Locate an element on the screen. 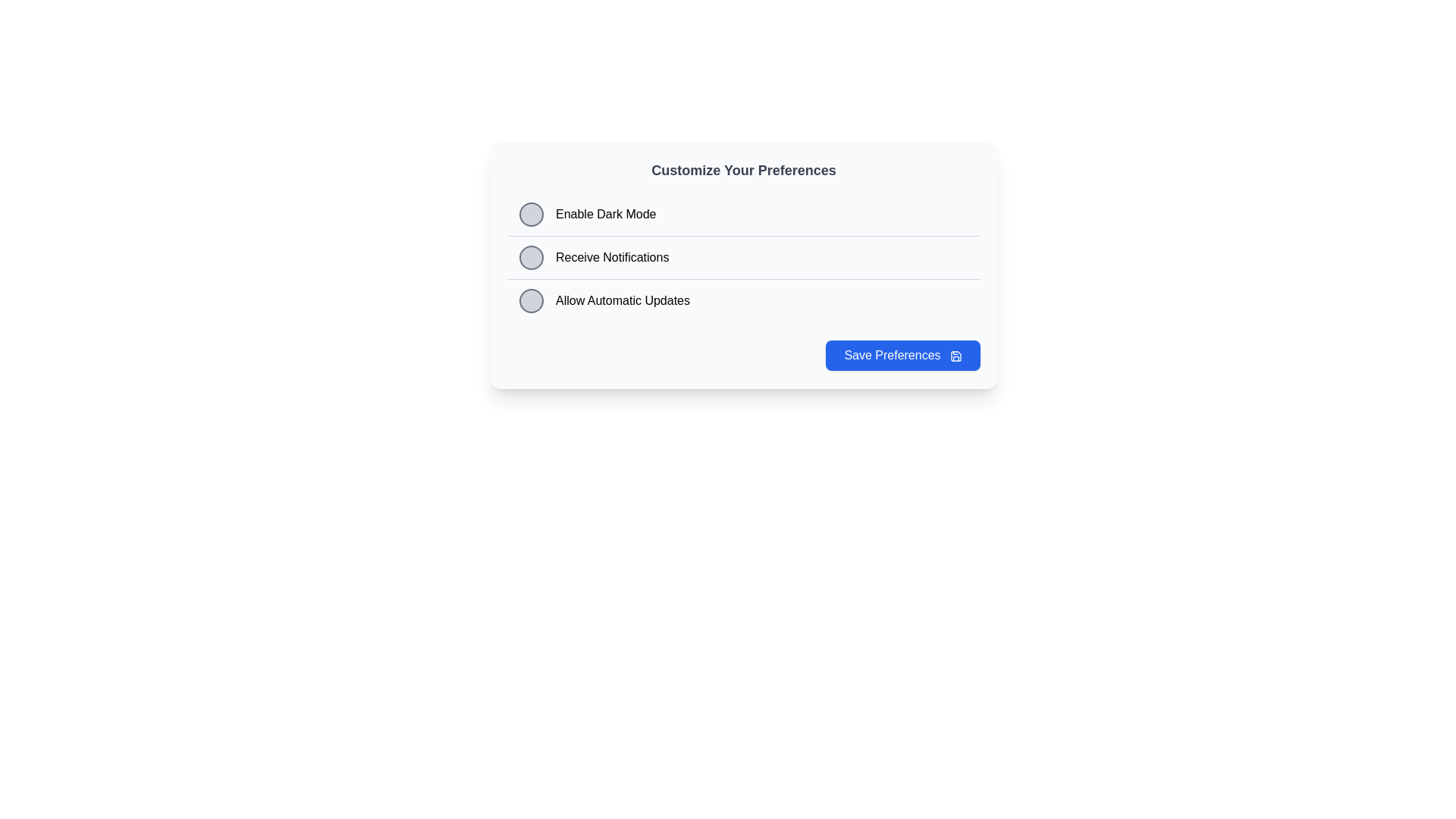 The height and width of the screenshot is (819, 1456). the Toggle option for automatic updates, which is the third item in the vertical list under 'Customize Your Preferences' is located at coordinates (604, 301).